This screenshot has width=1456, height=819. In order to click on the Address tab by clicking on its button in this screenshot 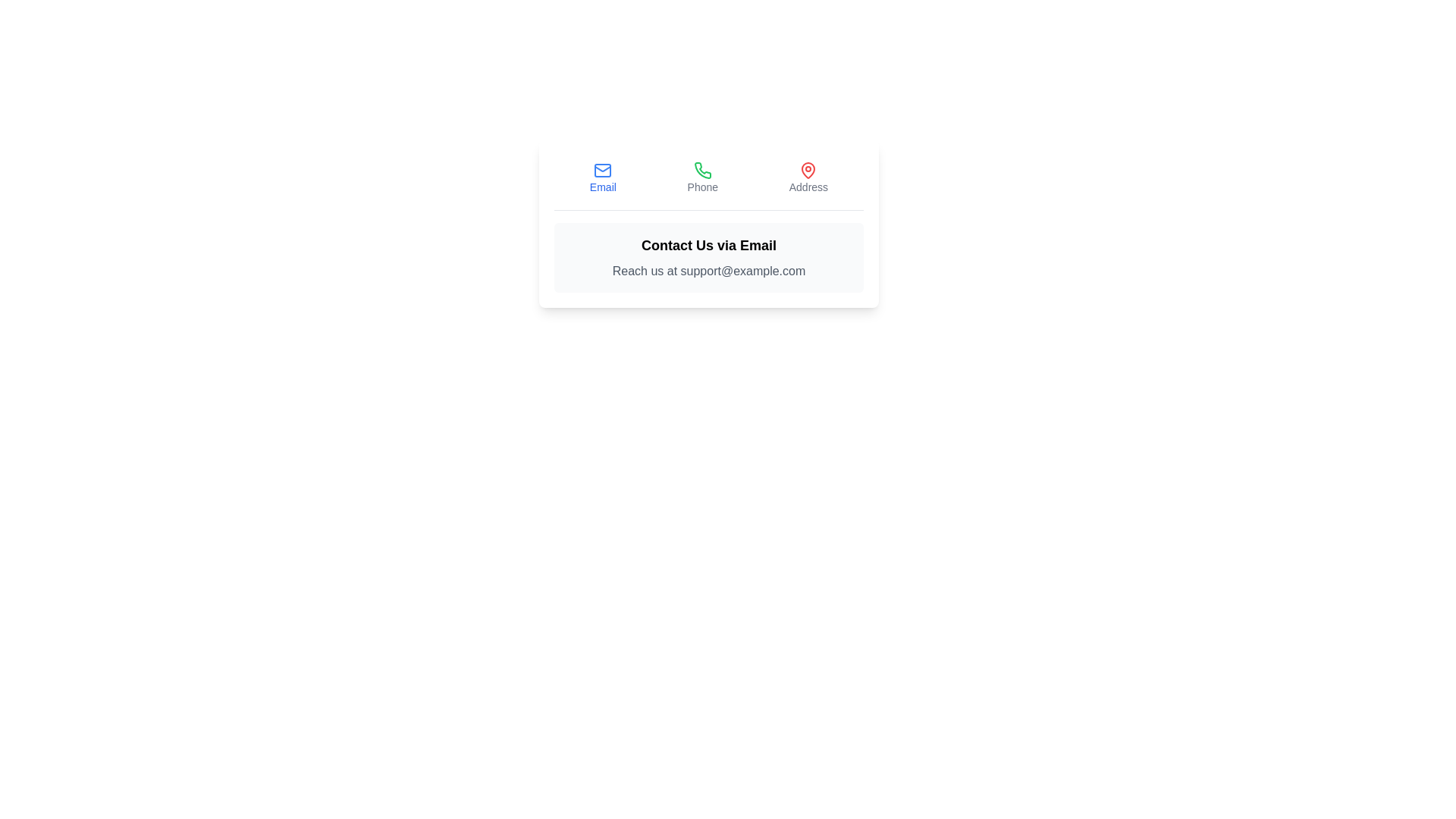, I will do `click(807, 177)`.